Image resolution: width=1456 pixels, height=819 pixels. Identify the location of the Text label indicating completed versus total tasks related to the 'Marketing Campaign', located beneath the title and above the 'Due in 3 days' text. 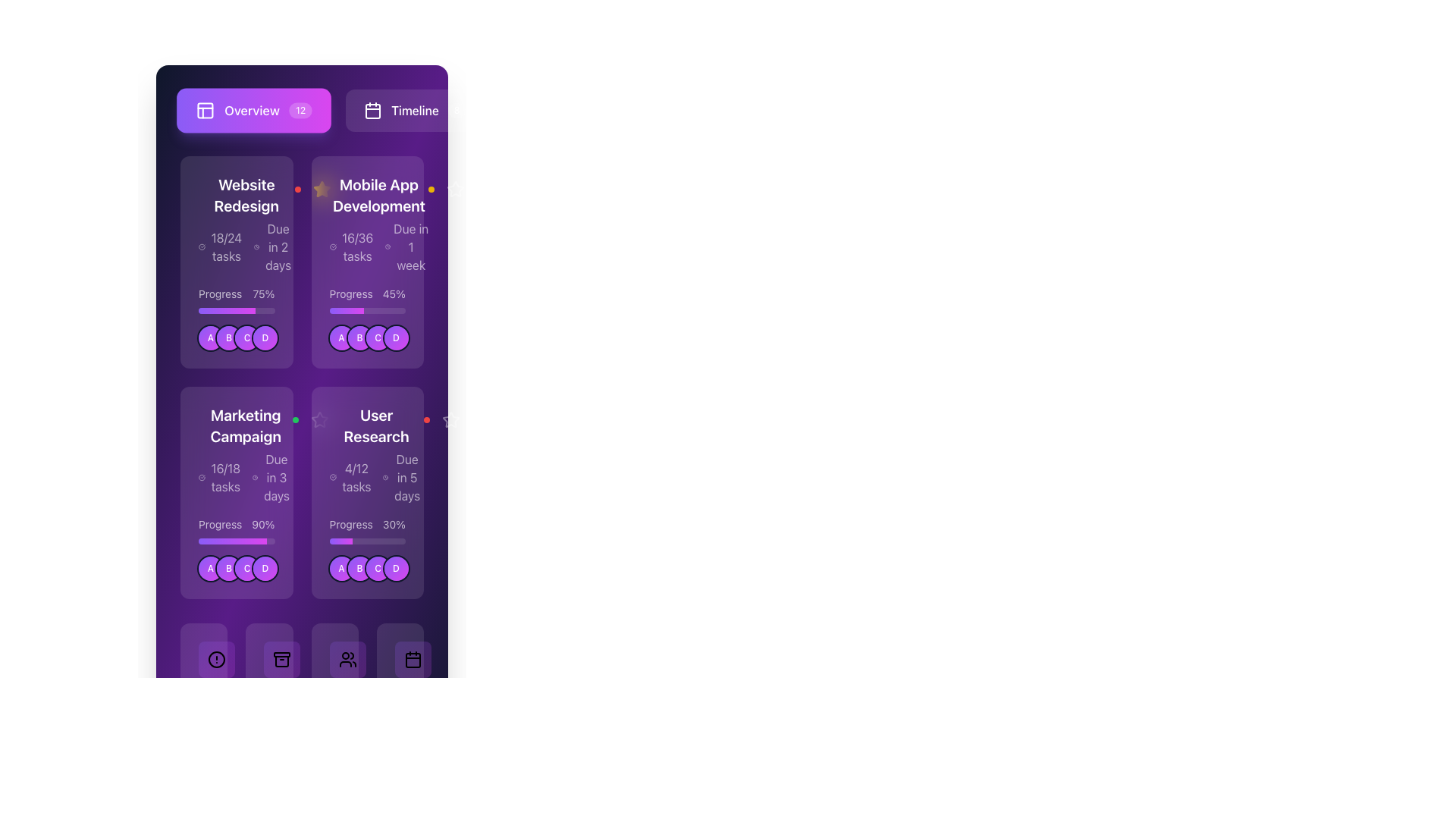
(220, 476).